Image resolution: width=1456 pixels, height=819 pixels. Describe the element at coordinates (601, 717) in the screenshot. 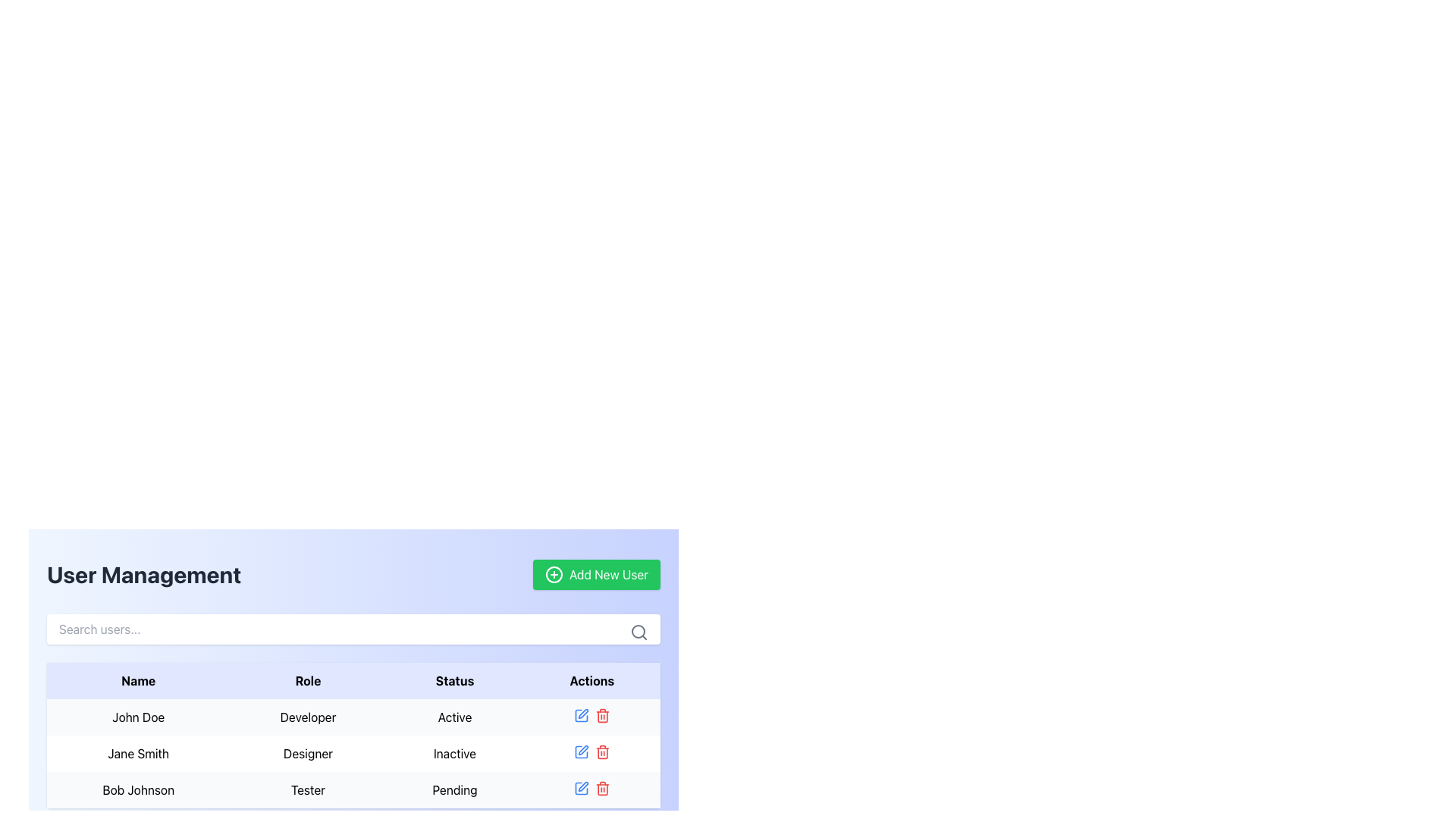

I see `the trashcan delete icon in the 'Actions' column of the user management table` at that location.